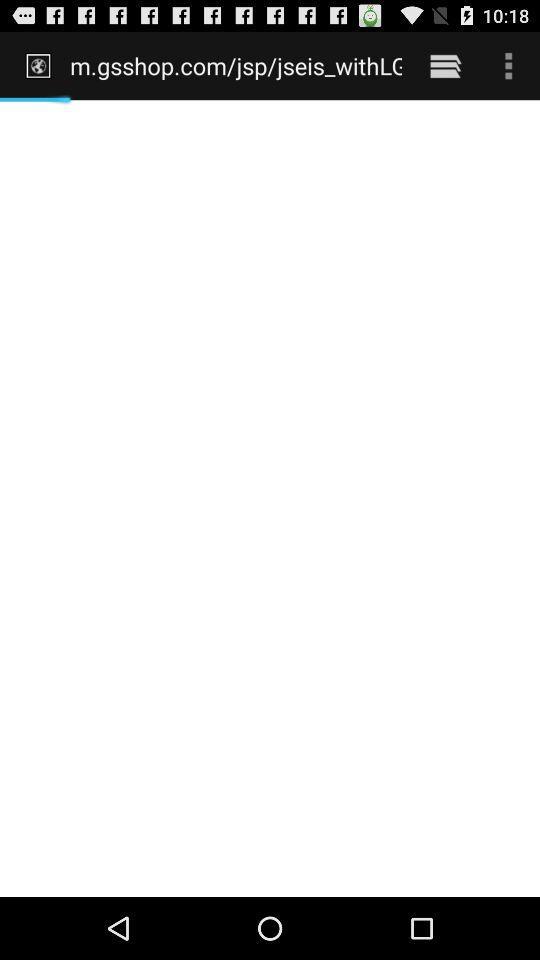  What do you see at coordinates (270, 497) in the screenshot?
I see `item at the center` at bounding box center [270, 497].